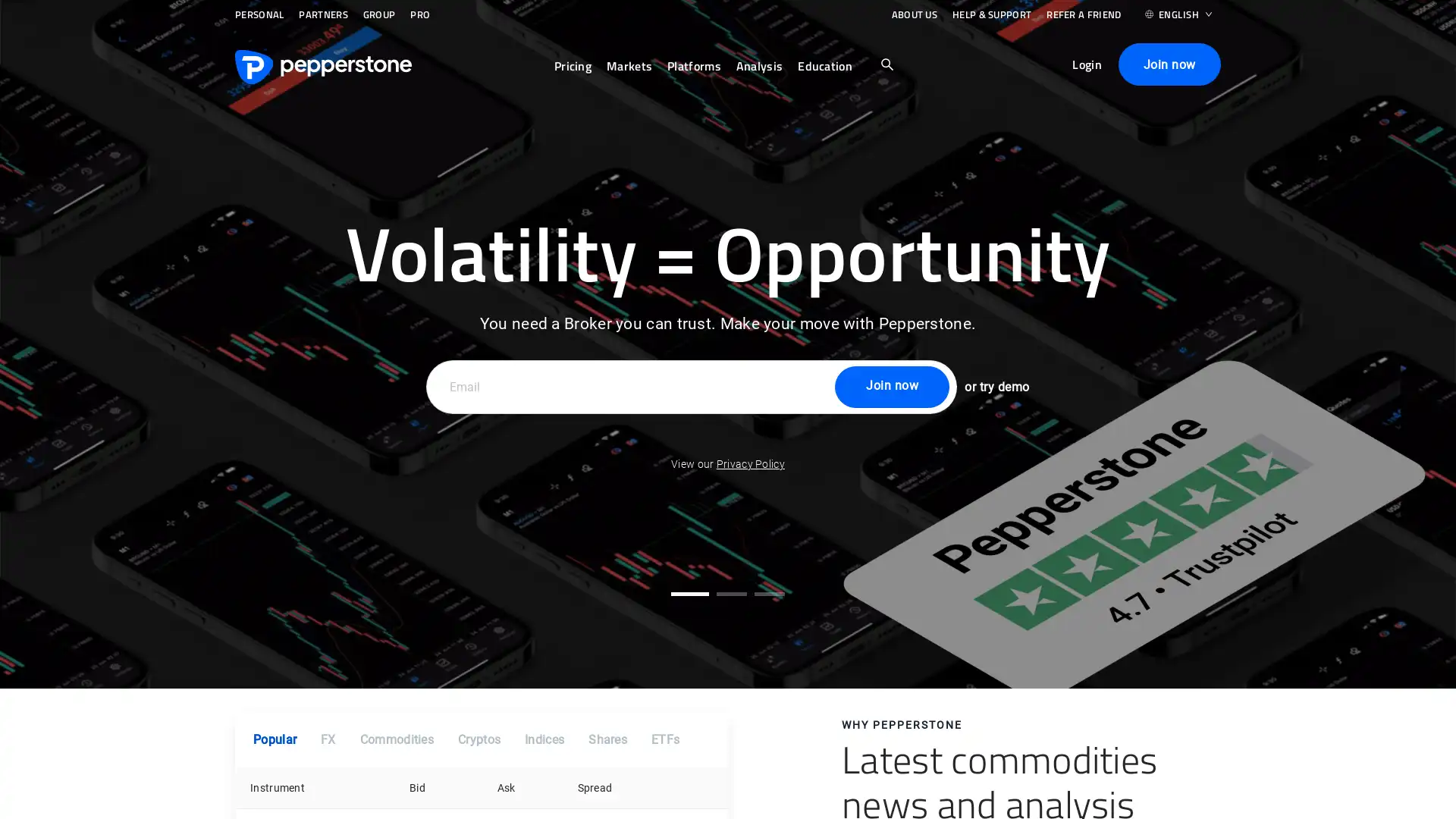  Describe the element at coordinates (689, 592) in the screenshot. I see `1` at that location.